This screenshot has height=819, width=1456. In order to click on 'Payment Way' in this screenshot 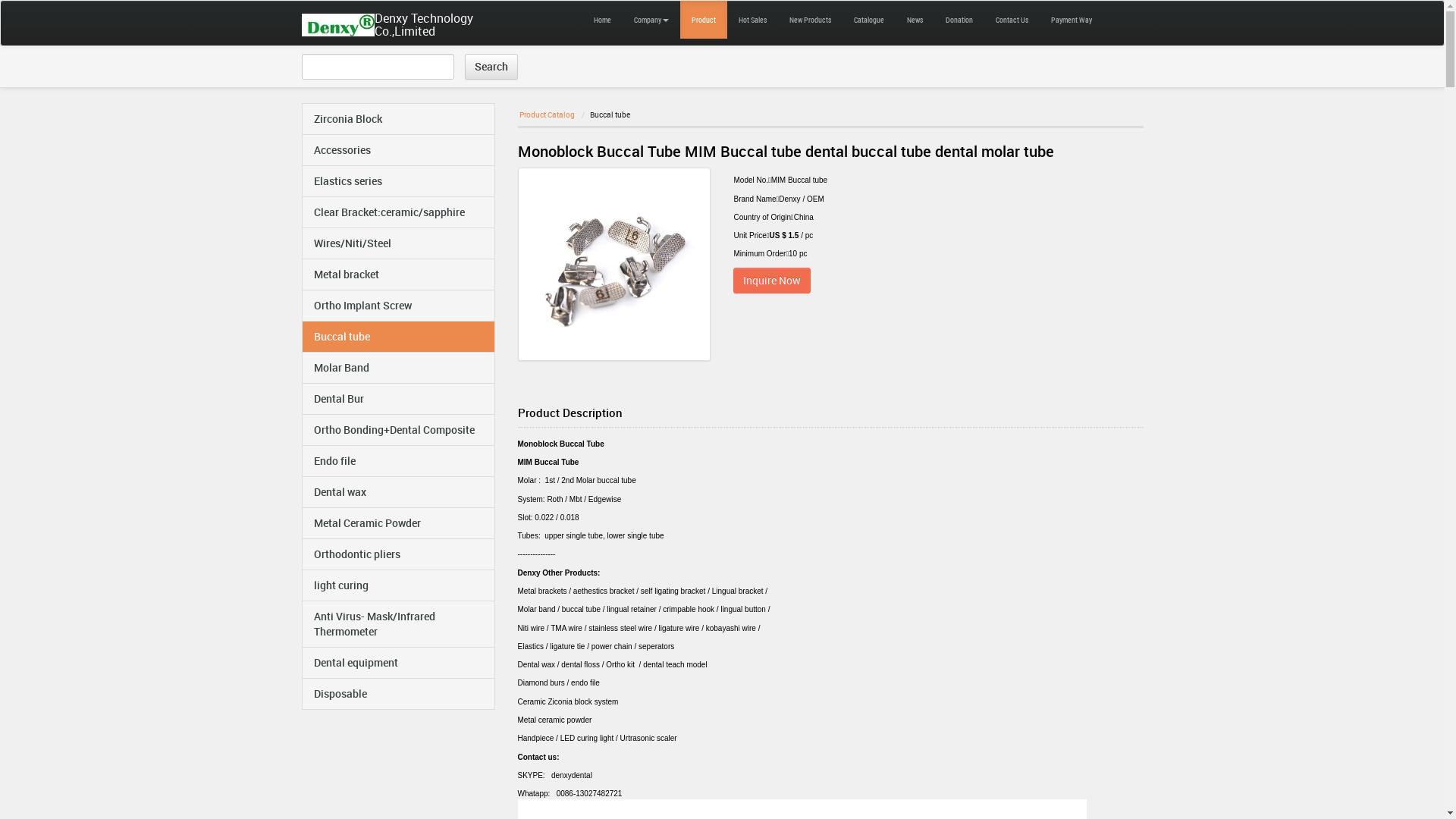, I will do `click(1069, 20)`.